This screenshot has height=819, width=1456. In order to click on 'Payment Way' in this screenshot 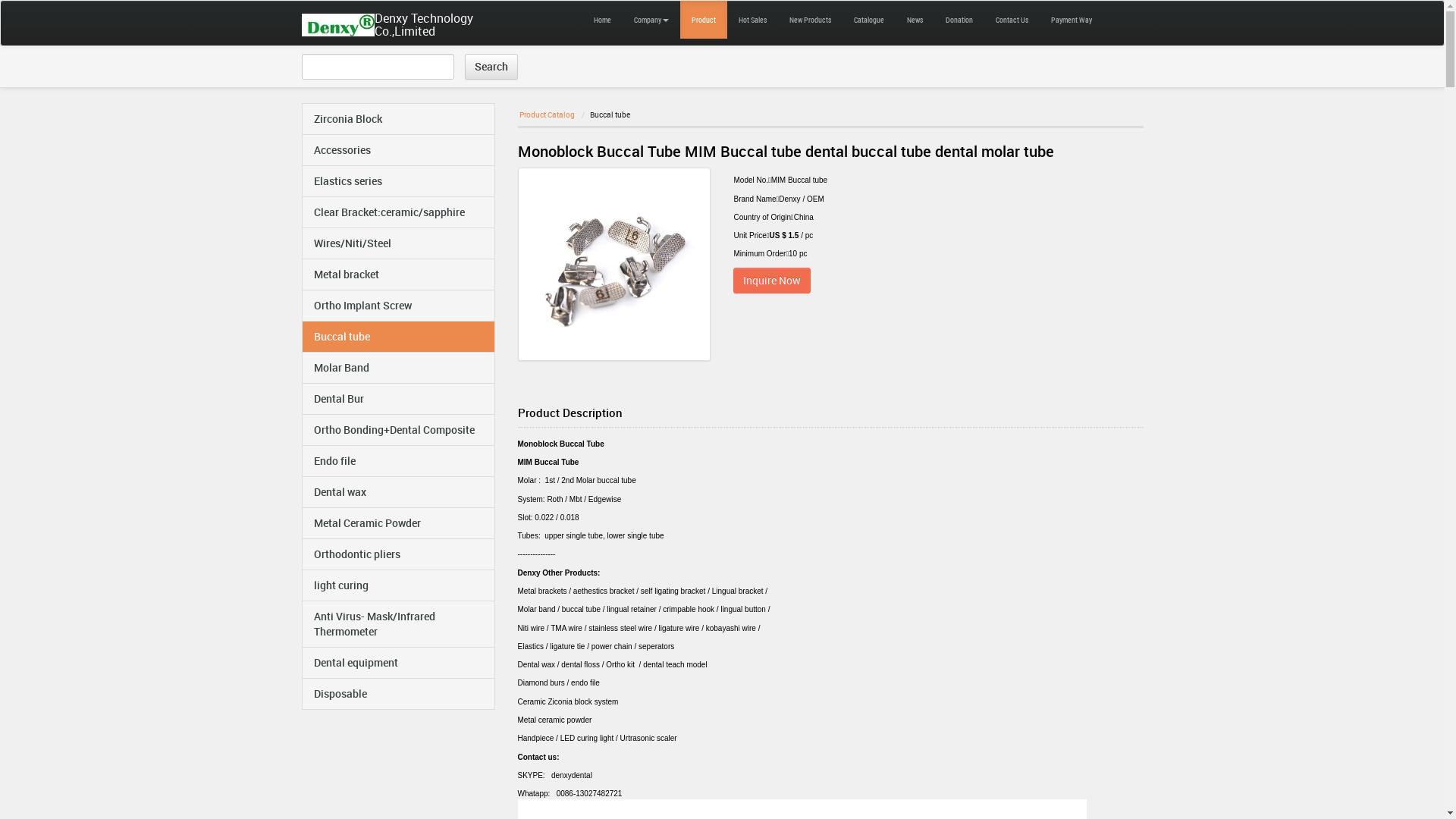, I will do `click(1069, 20)`.